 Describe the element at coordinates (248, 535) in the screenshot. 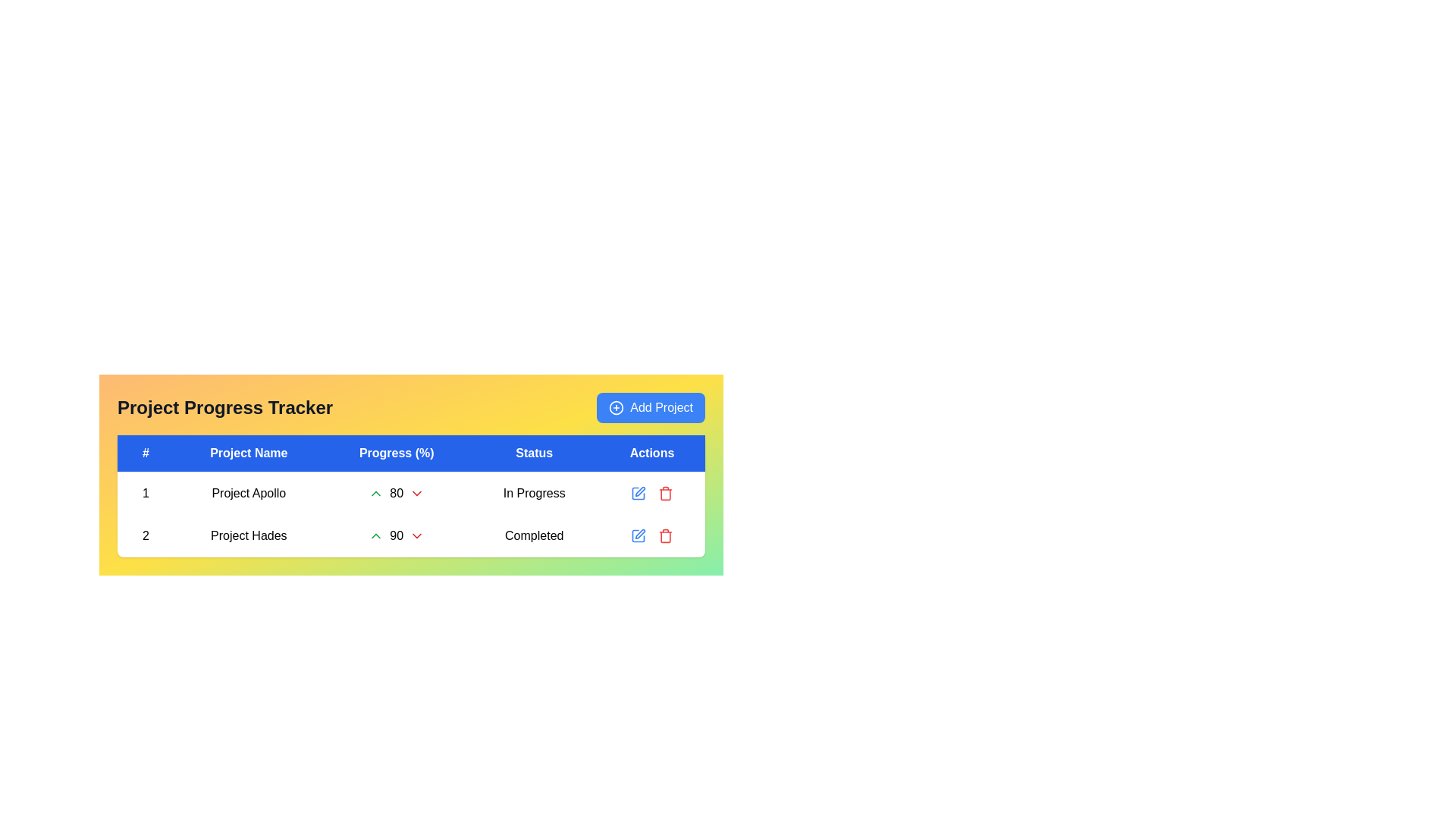

I see `the Text Label displaying 'Project Hades' located in the second row under the 'Project Name' column of the 'Project Progress Tracker' interface` at that location.